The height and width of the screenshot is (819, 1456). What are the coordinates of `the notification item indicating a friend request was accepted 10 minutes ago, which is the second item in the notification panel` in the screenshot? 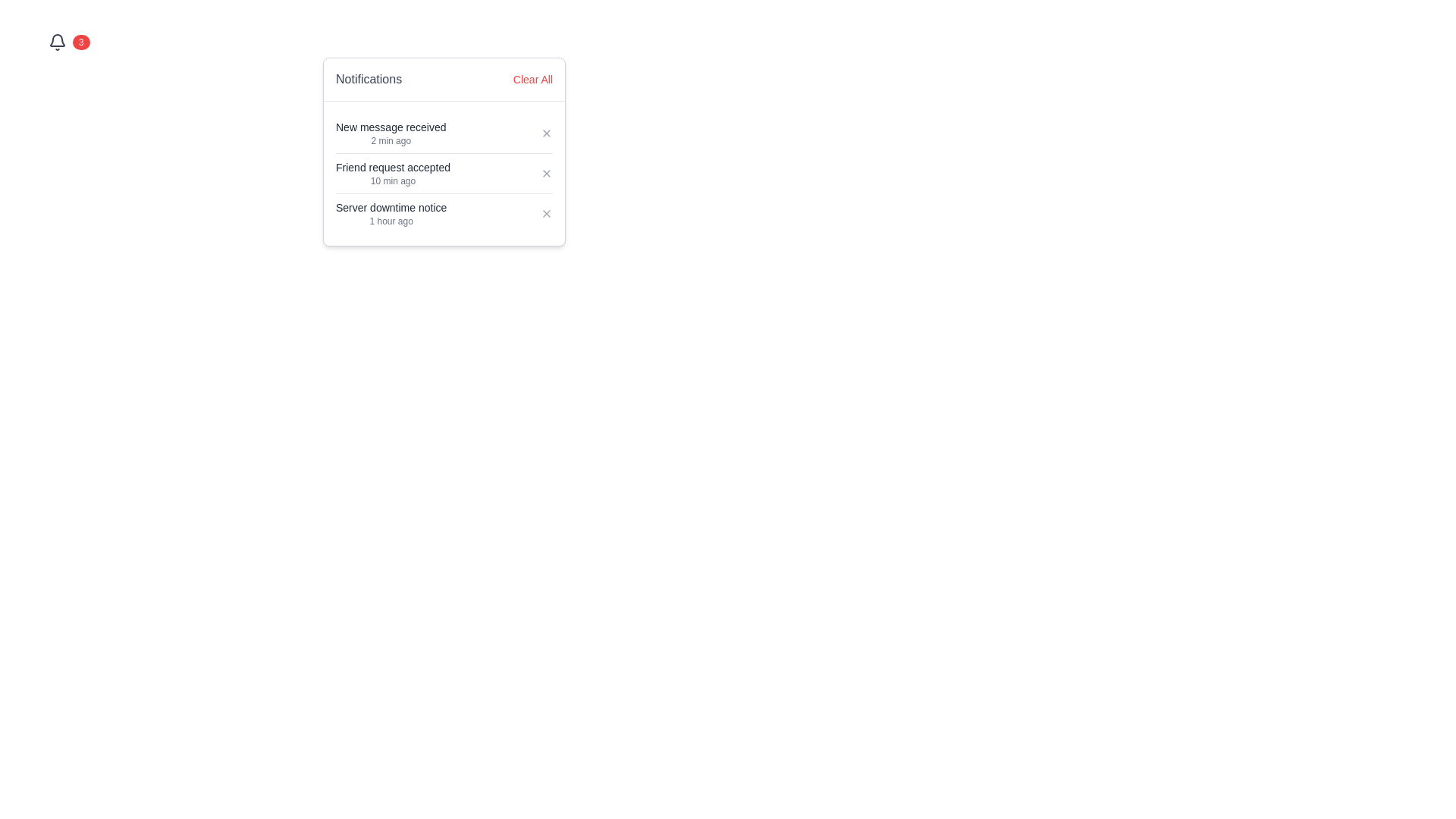 It's located at (393, 172).